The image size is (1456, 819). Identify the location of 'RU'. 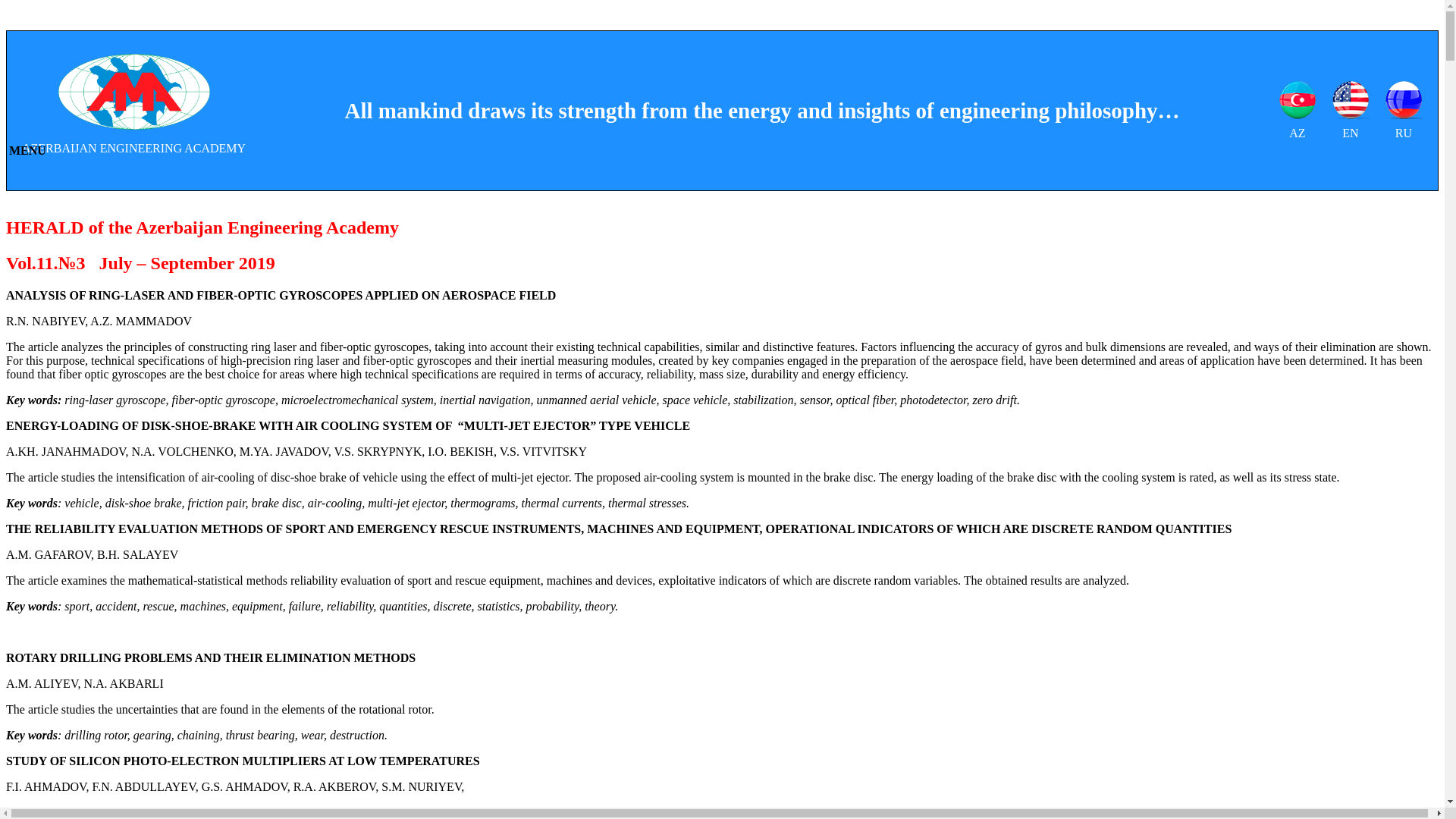
(1403, 110).